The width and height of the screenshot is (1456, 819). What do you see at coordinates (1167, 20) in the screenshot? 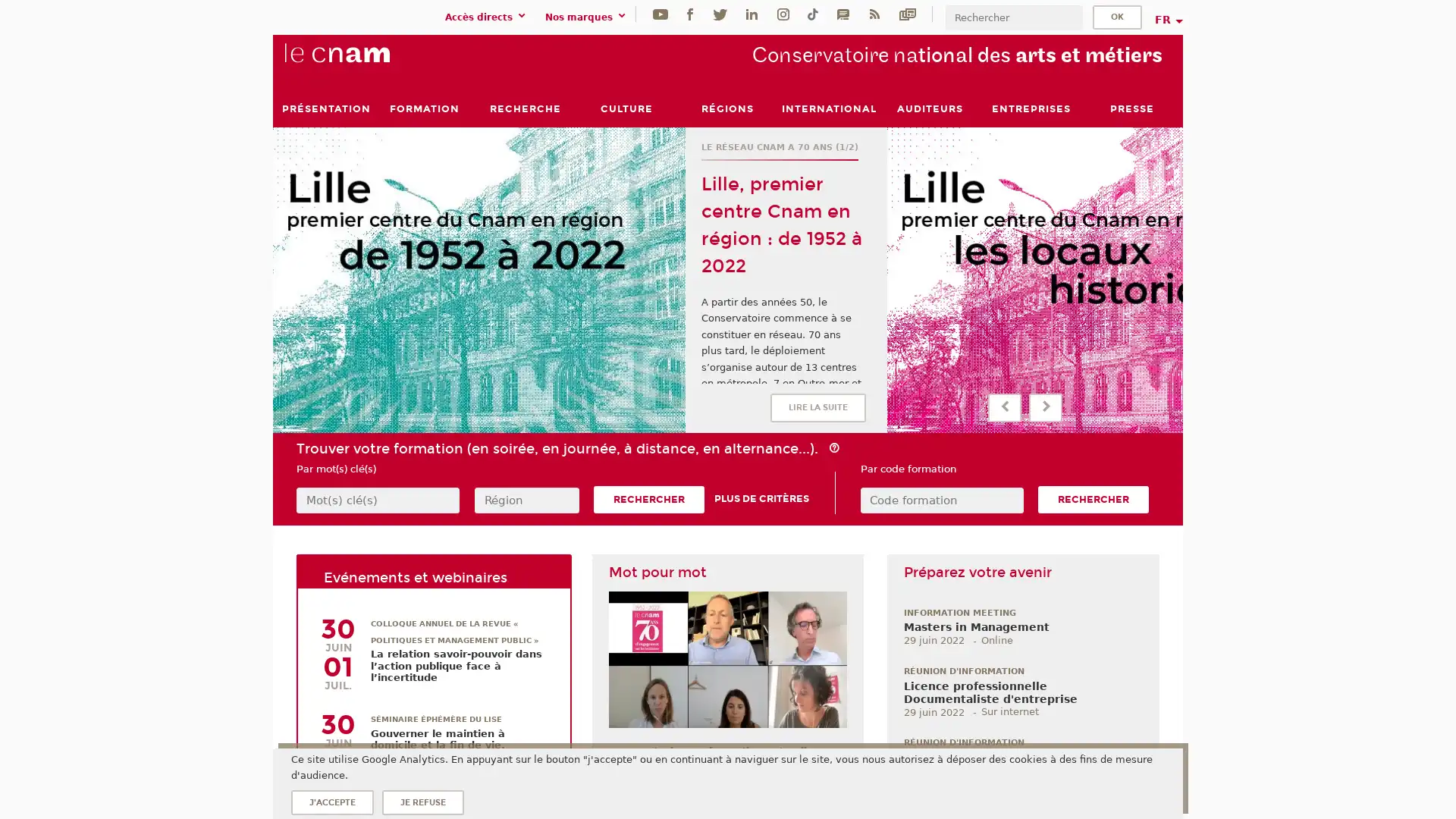
I see `FR` at bounding box center [1167, 20].